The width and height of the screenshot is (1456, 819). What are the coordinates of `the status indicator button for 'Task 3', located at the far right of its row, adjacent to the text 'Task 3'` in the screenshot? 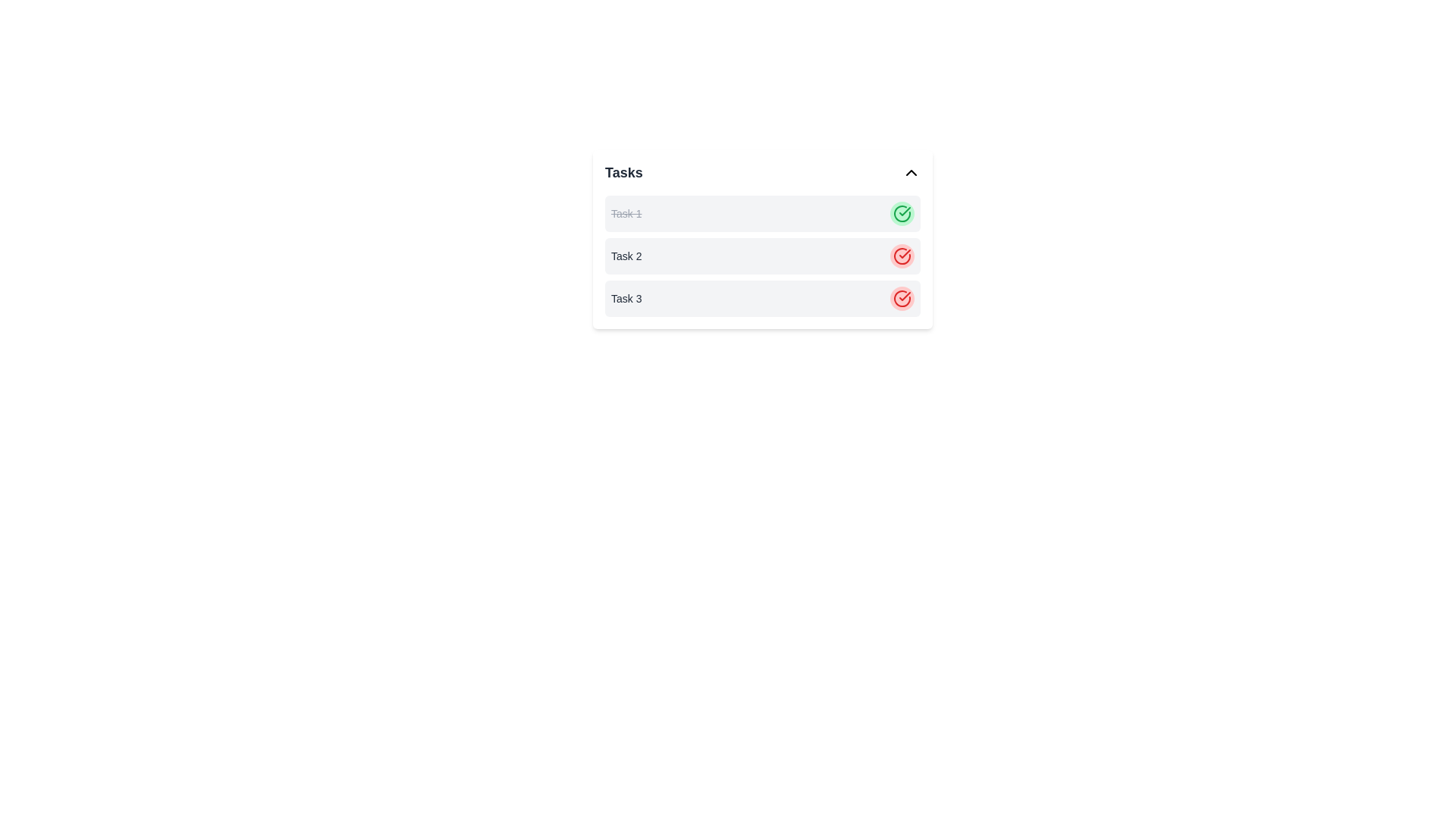 It's located at (902, 298).